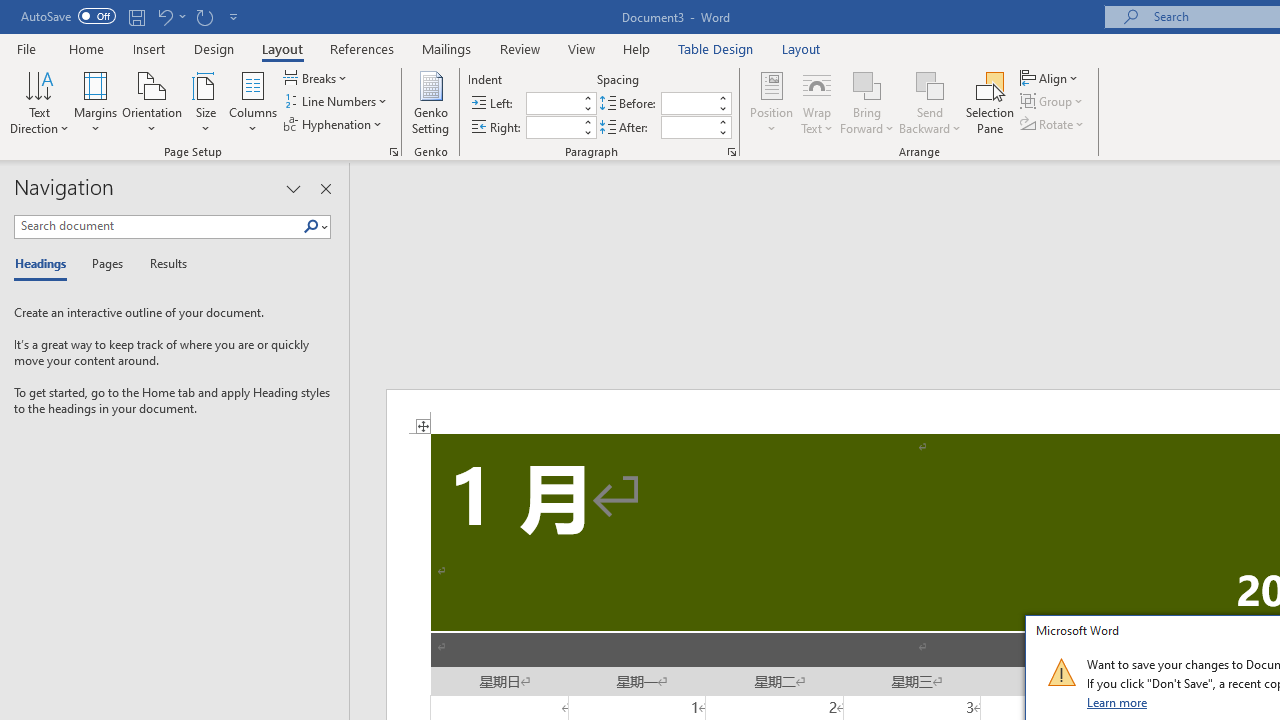 The image size is (1280, 720). I want to click on 'Text Direction', so click(39, 103).